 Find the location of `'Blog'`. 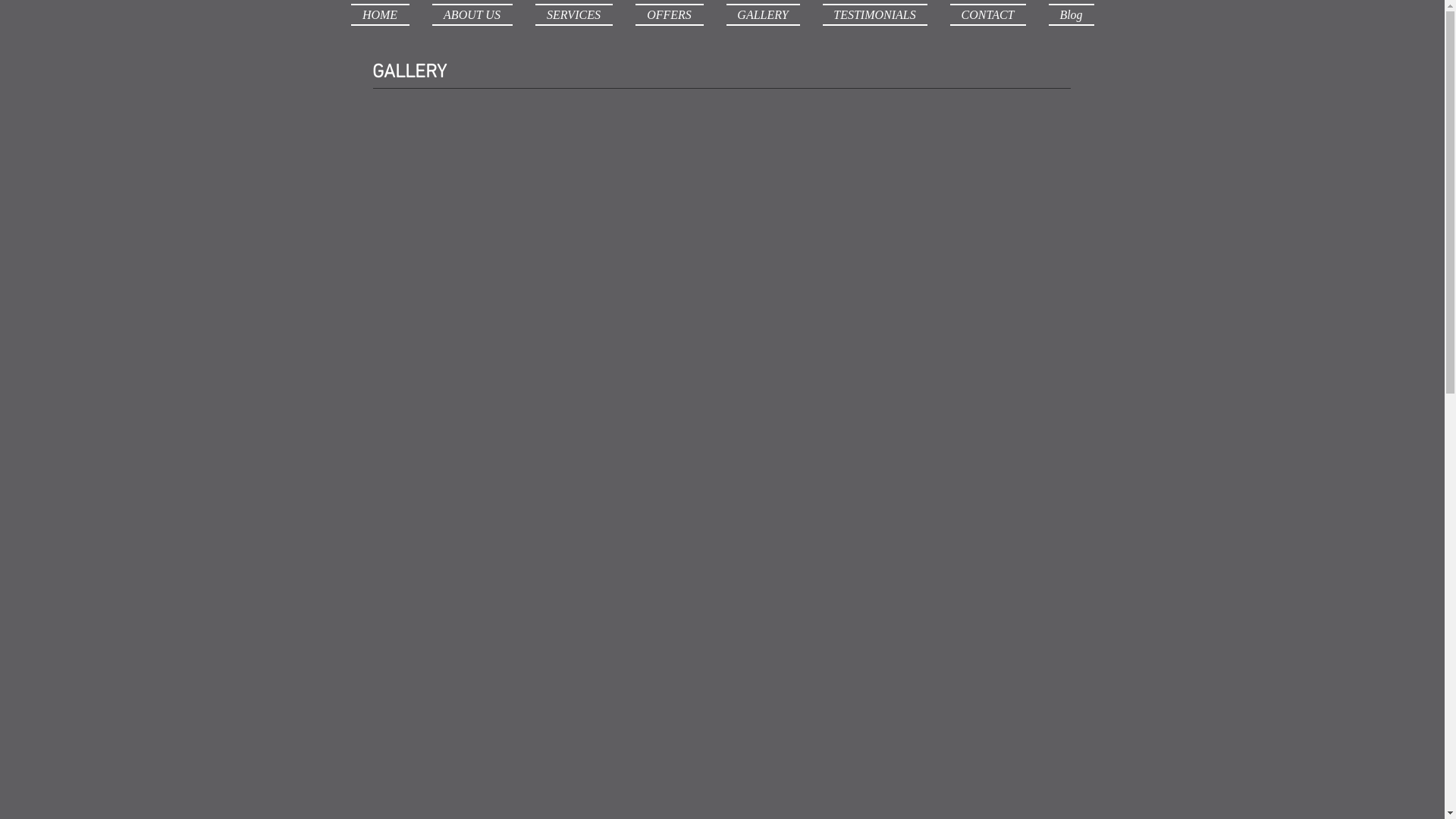

'Blog' is located at coordinates (1065, 14).